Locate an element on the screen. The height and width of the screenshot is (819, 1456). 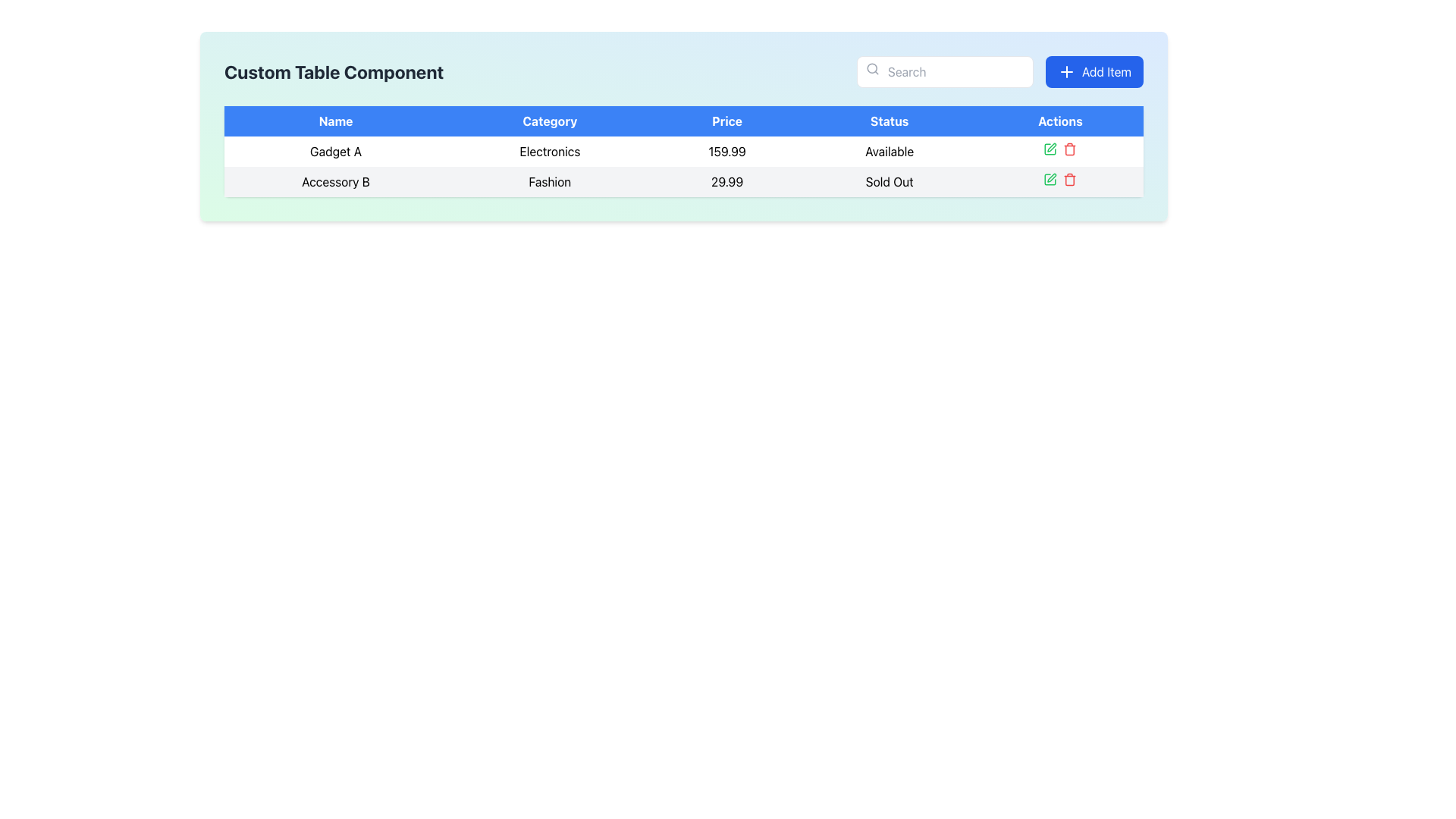
the 'Category' column header label, which is the second item in a row of headers, positioned between the 'Name' and 'Price' columns is located at coordinates (549, 120).